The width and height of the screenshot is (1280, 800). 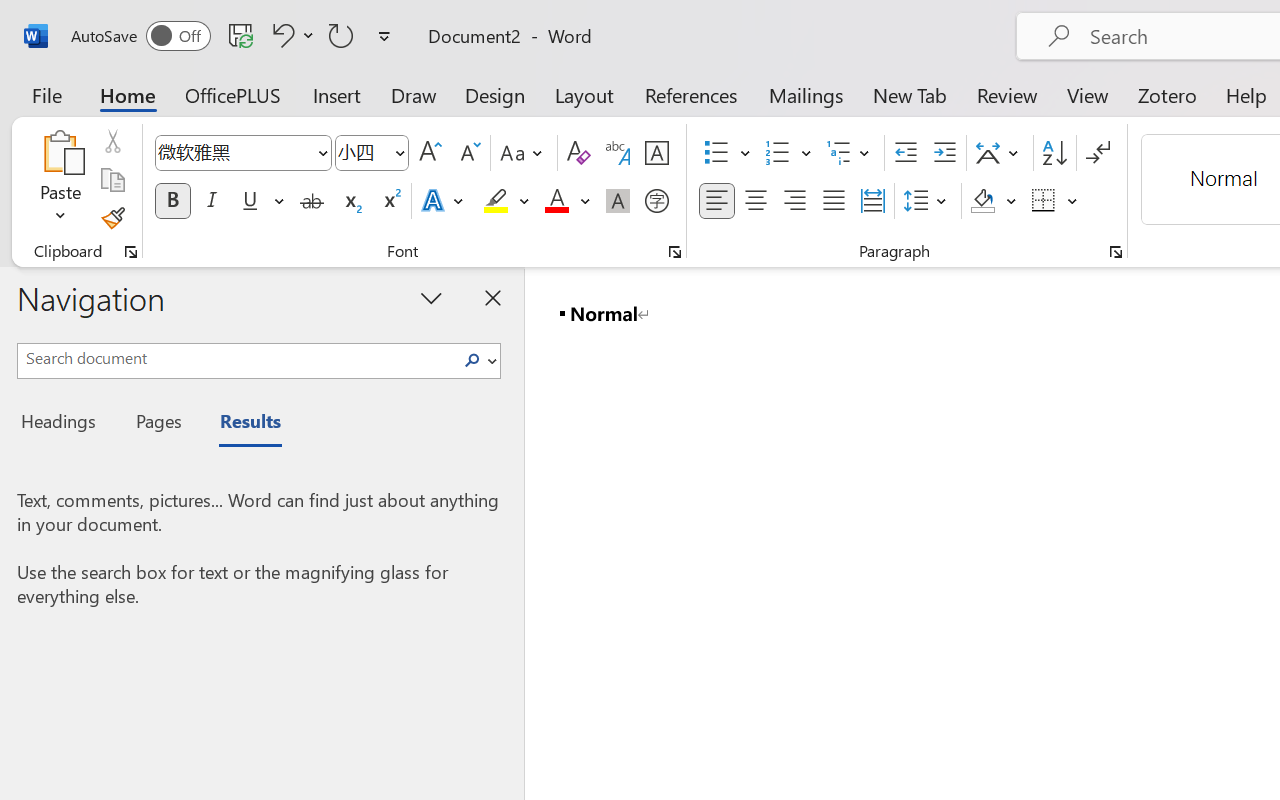 What do you see at coordinates (905, 153) in the screenshot?
I see `'Decrease Indent'` at bounding box center [905, 153].